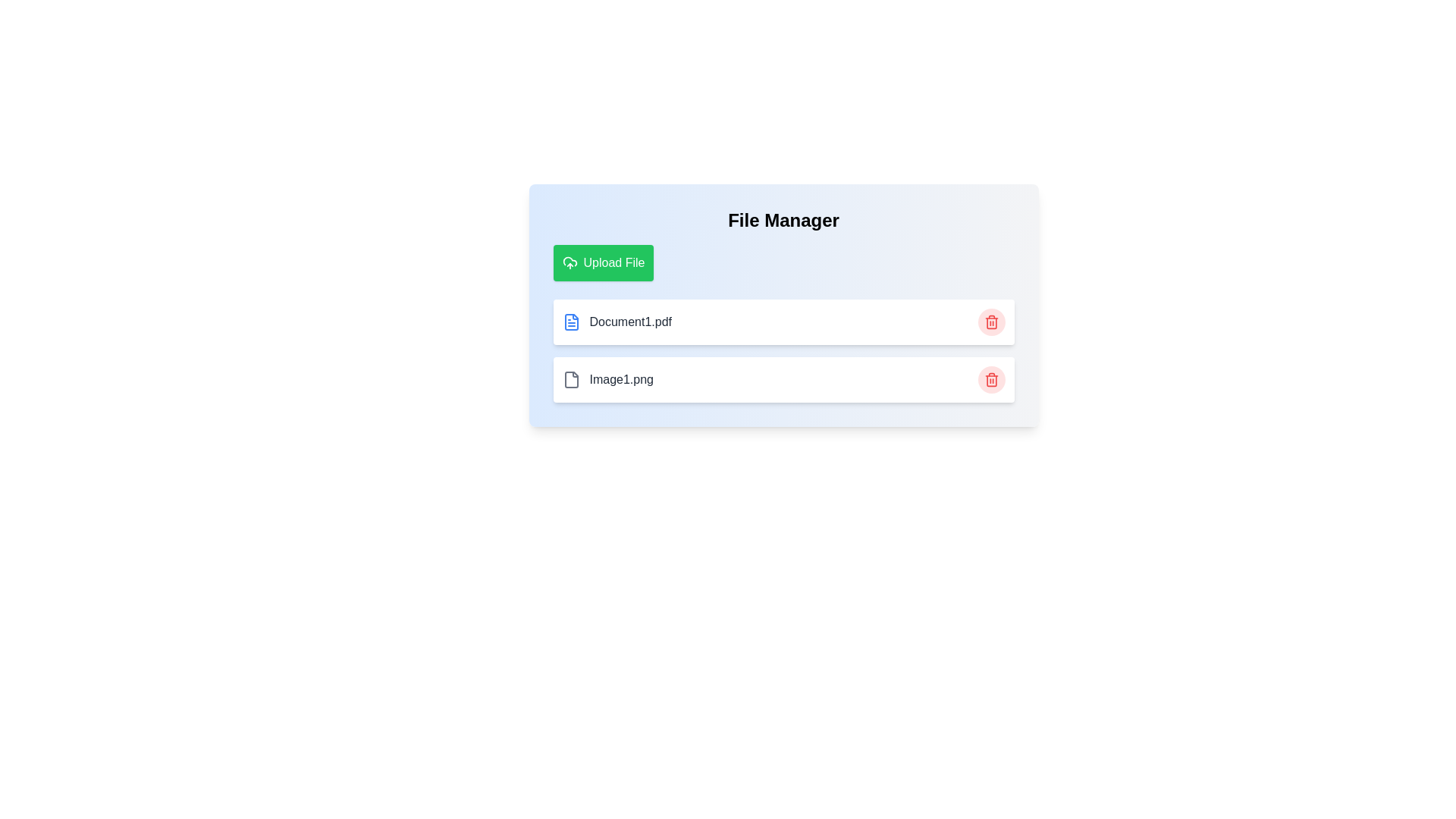 The height and width of the screenshot is (819, 1456). What do you see at coordinates (570, 321) in the screenshot?
I see `the file type icon located on the left side of the first file row in the file manager interface` at bounding box center [570, 321].